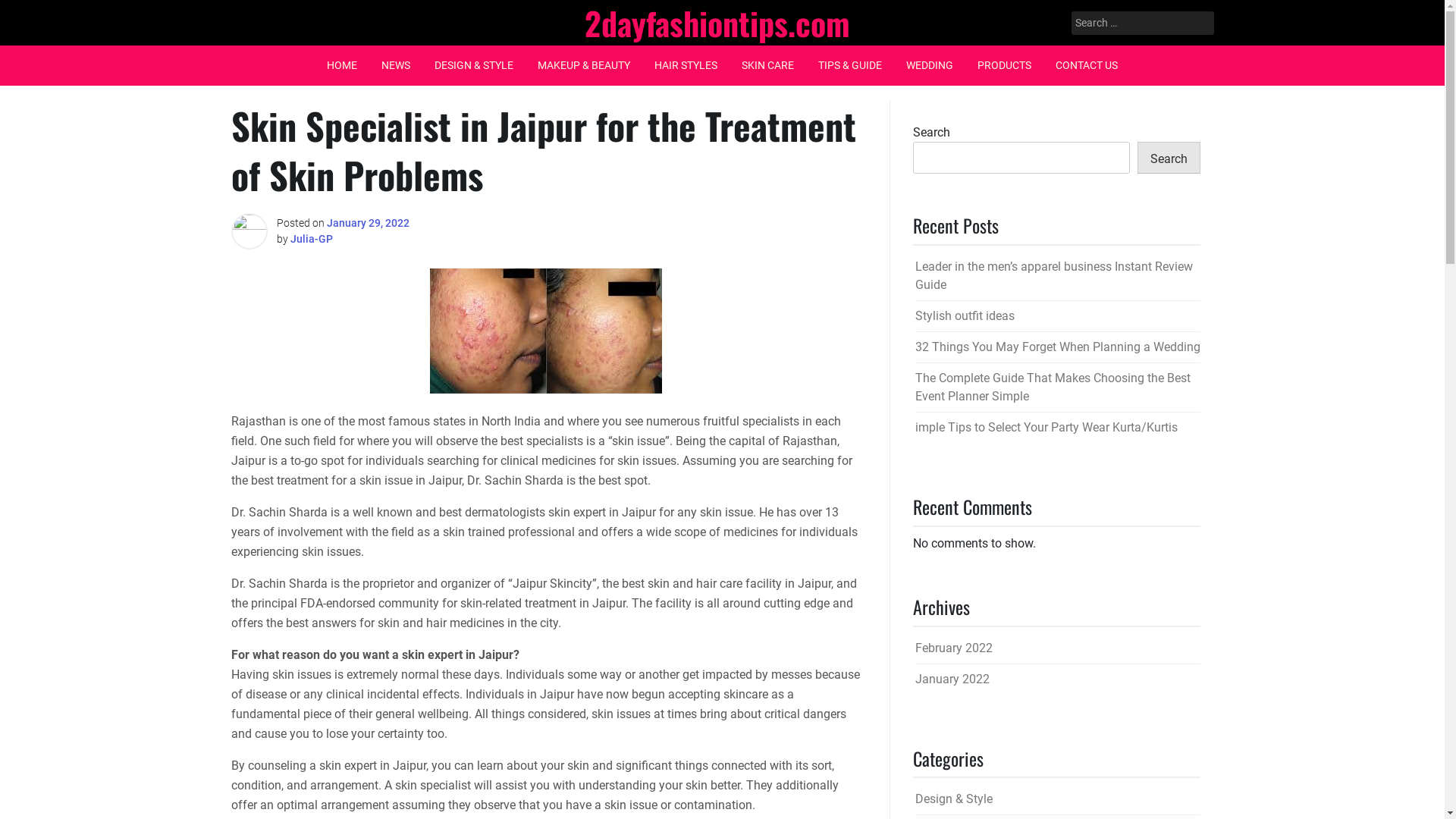  What do you see at coordinates (367, 222) in the screenshot?
I see `'January 29, 2022'` at bounding box center [367, 222].